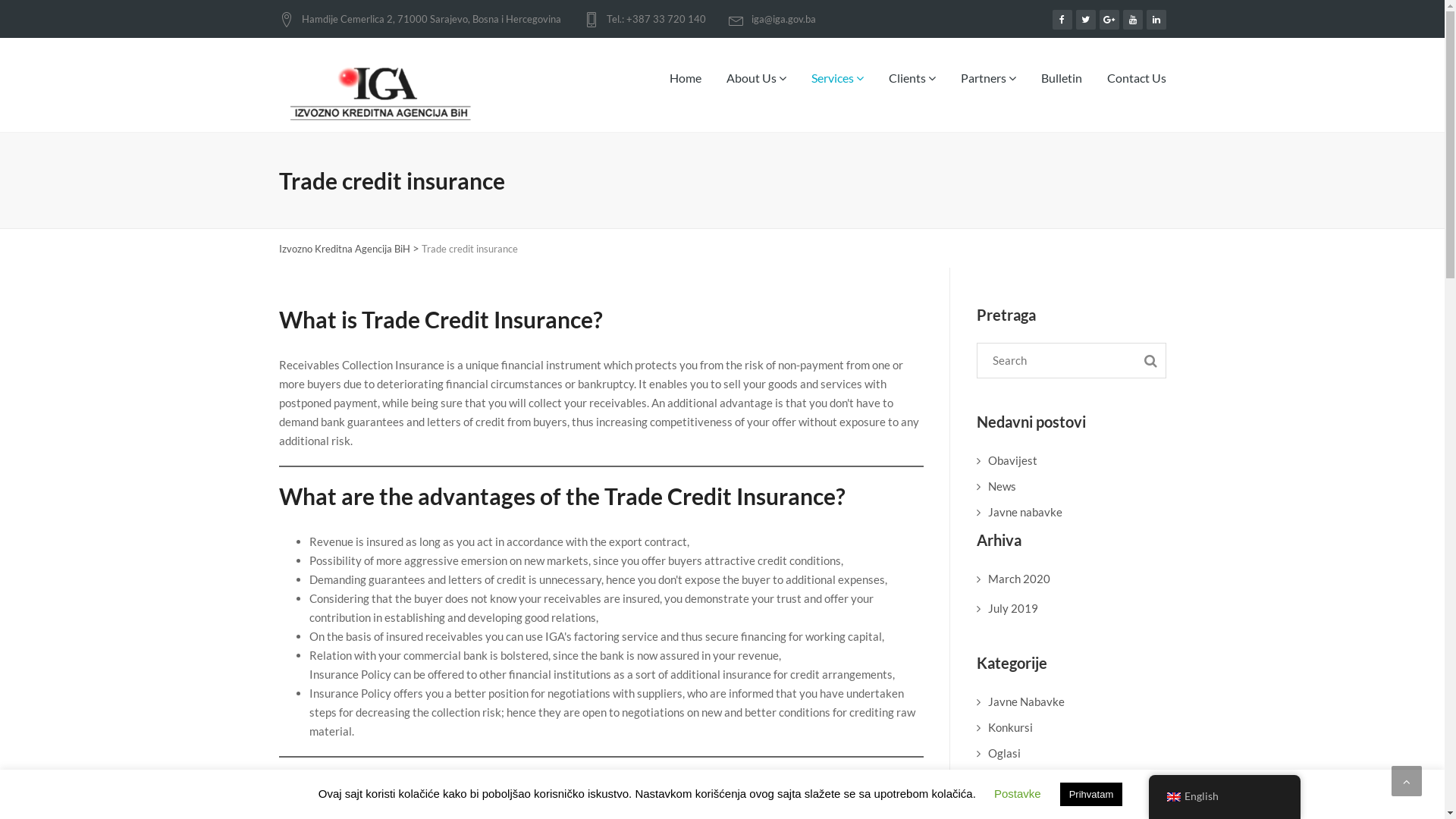 This screenshot has height=819, width=1456. I want to click on 'English', so click(1172, 795).